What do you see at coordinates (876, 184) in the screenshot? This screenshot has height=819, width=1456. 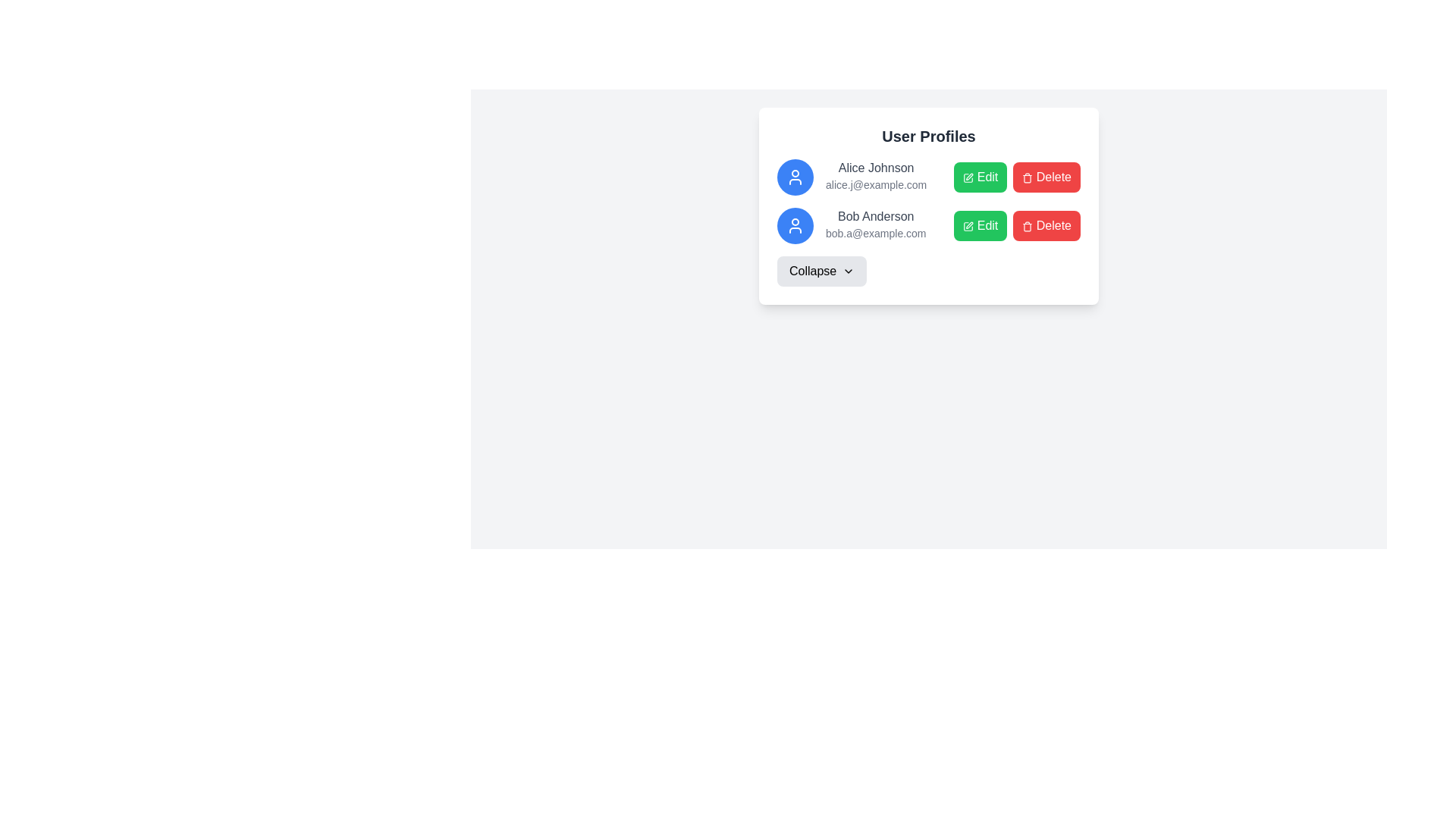 I see `the non-interactive email address display field for the user 'Alice Johnson', which is located beneath the text 'Alice Johnson' in the user profile block` at bounding box center [876, 184].